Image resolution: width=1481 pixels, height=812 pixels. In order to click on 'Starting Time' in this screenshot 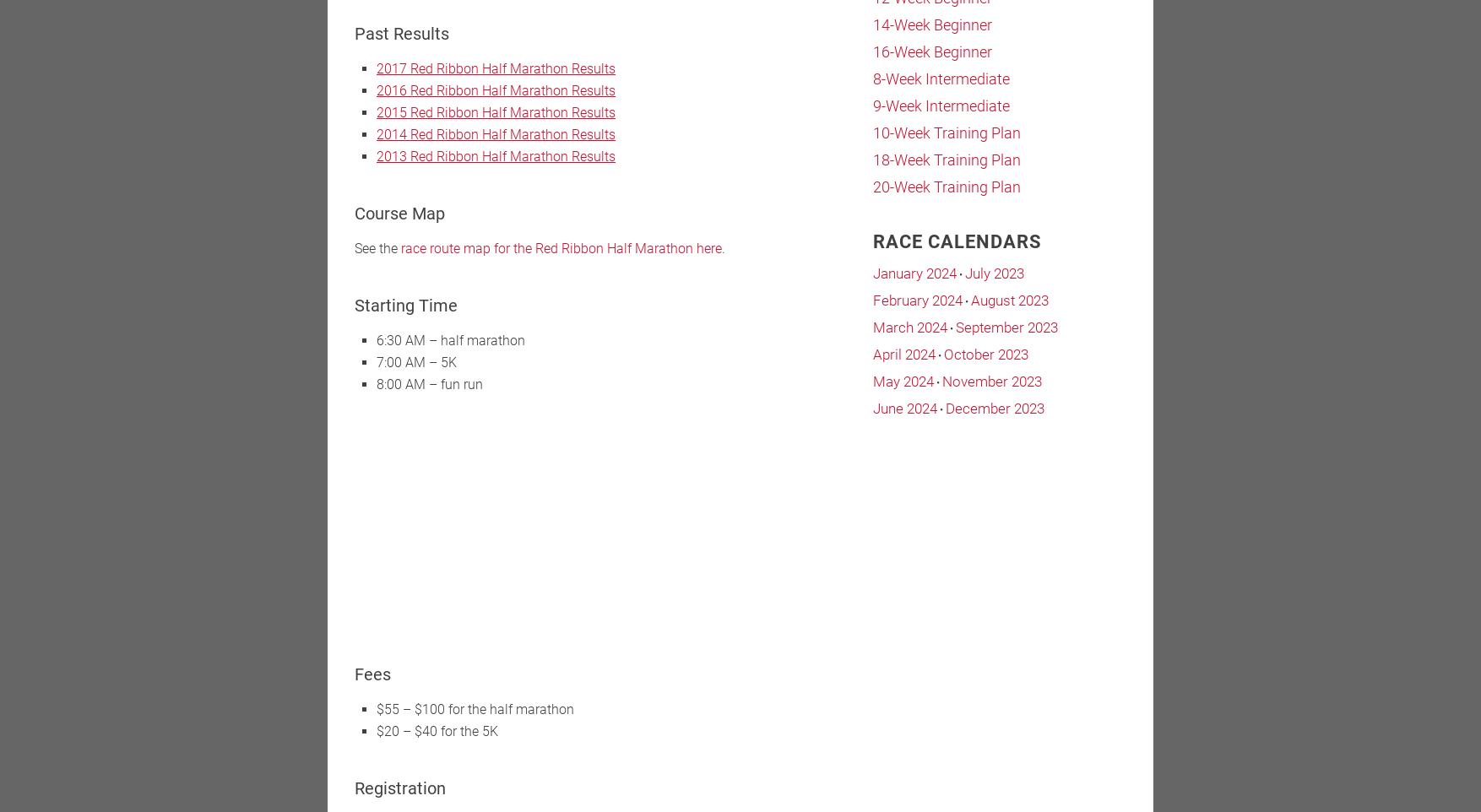, I will do `click(355, 306)`.